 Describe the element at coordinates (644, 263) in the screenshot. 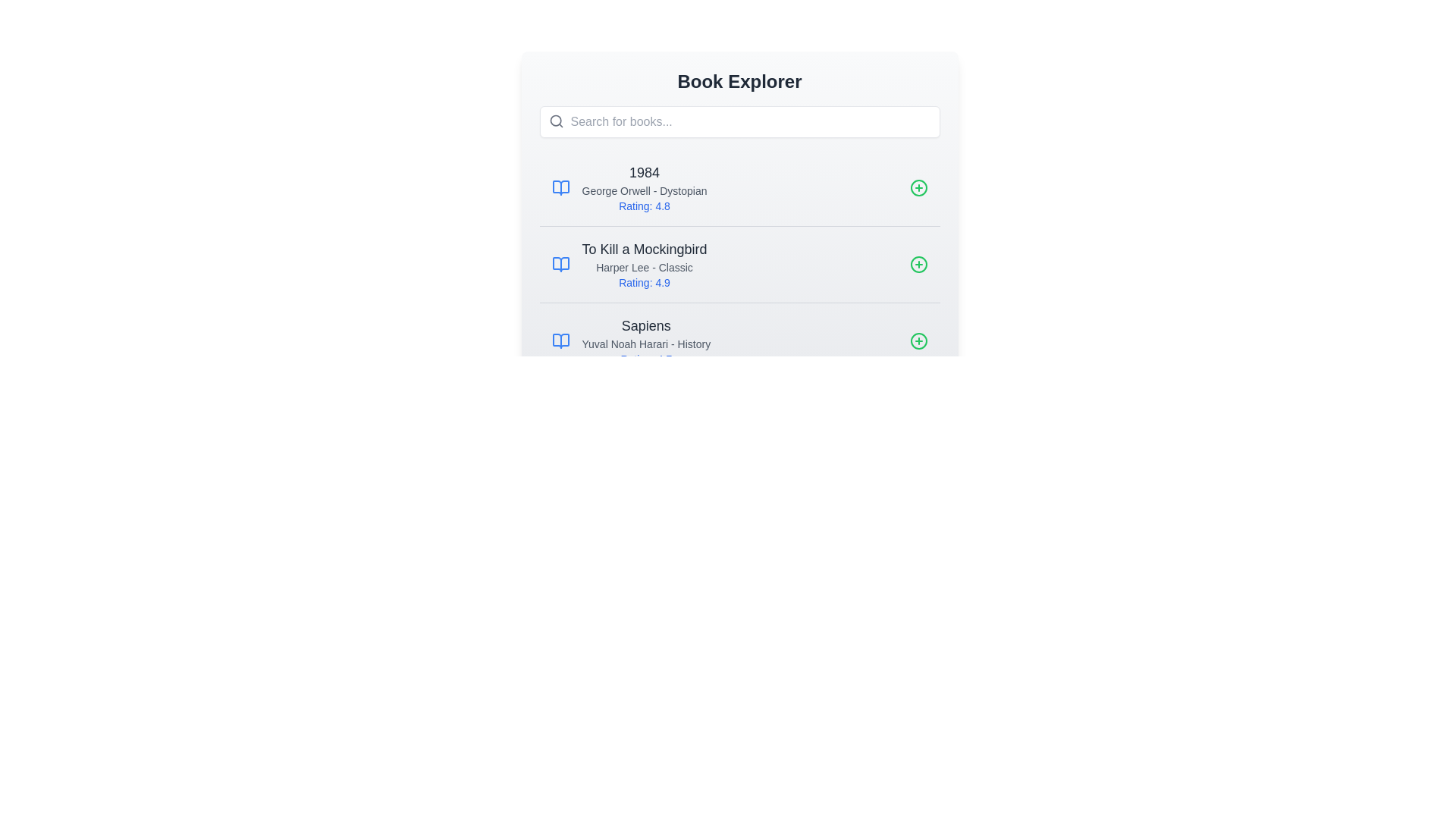

I see `the Text Display Block that provides information about the book 'To Kill a Mockingbird', which is the second element in a vertical list of books` at that location.